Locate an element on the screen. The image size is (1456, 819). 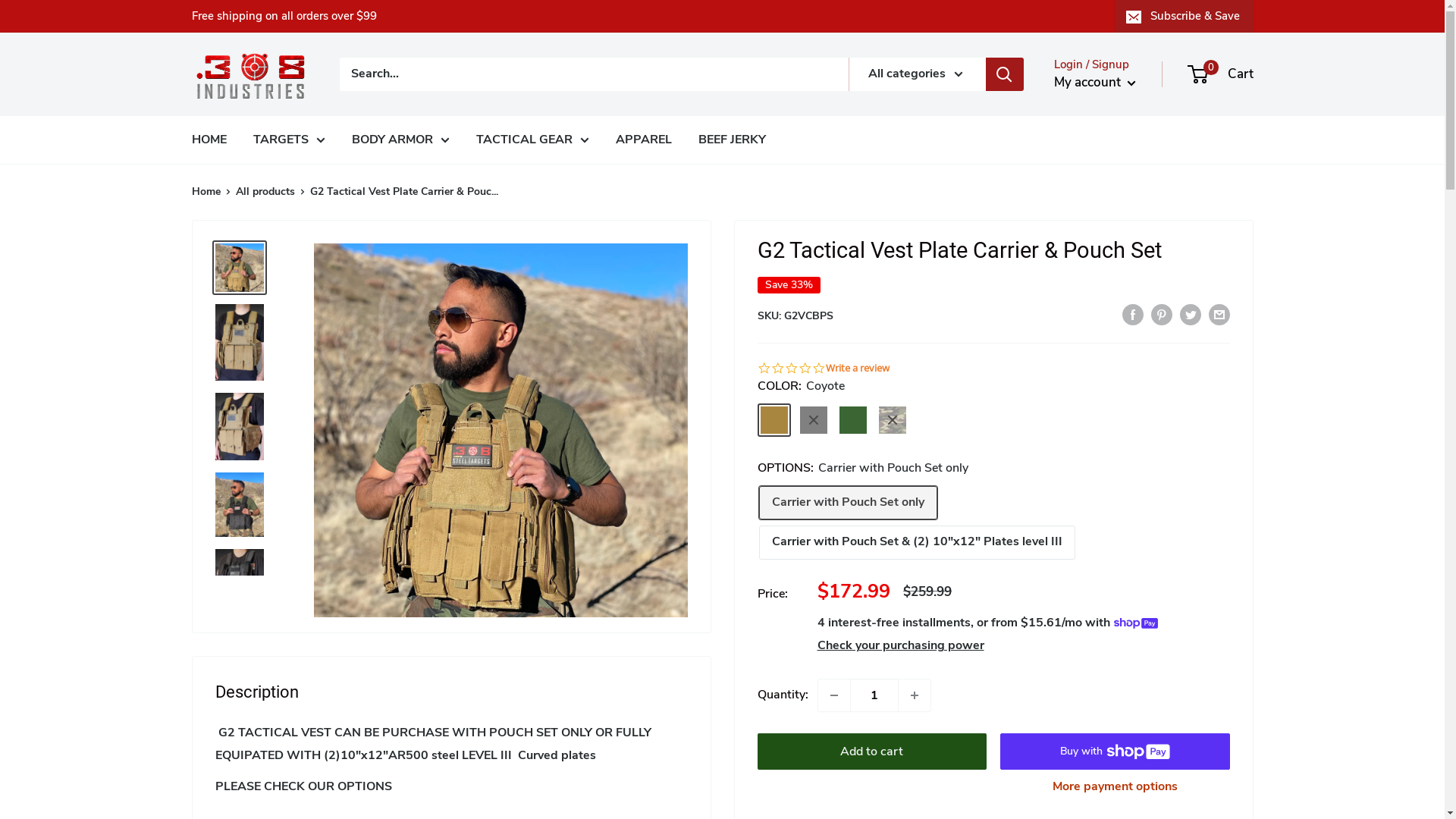
'APPAREL' is located at coordinates (615, 140).